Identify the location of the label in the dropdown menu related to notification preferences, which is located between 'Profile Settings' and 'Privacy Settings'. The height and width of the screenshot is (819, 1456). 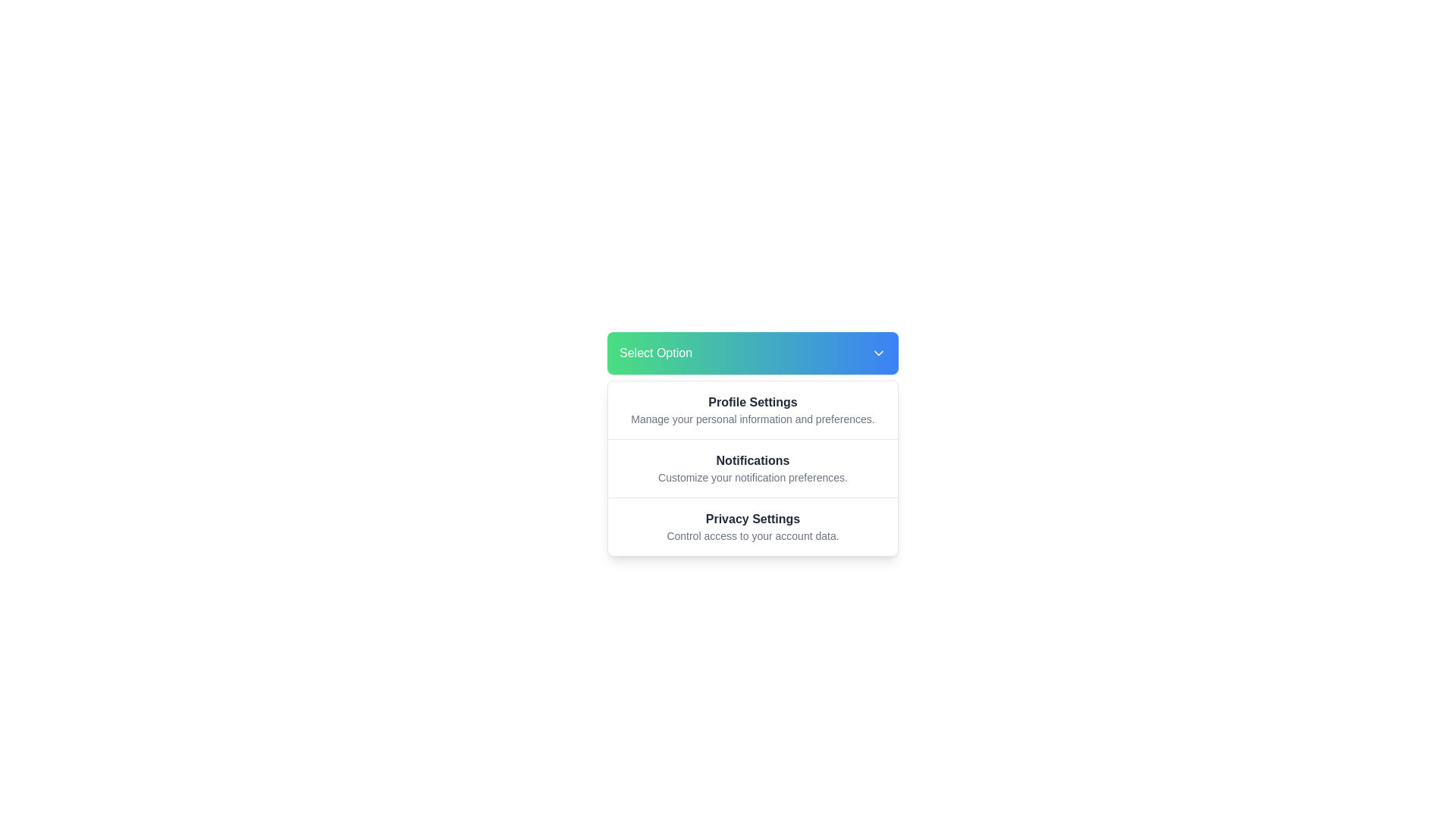
(753, 460).